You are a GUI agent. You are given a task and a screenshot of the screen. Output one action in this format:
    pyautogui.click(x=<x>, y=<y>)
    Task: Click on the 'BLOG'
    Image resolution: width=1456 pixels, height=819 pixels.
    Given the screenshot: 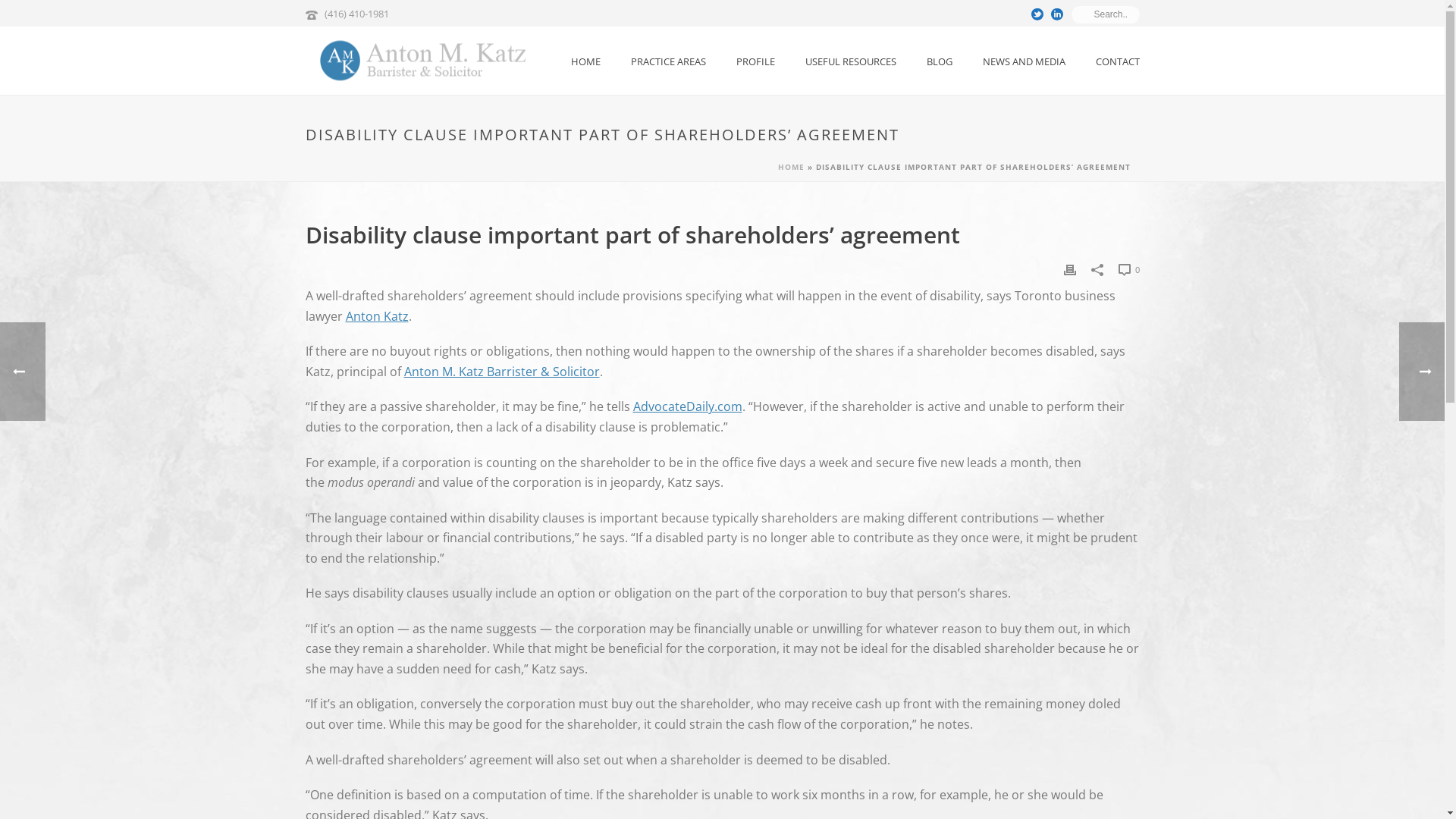 What is the action you would take?
    pyautogui.click(x=938, y=61)
    